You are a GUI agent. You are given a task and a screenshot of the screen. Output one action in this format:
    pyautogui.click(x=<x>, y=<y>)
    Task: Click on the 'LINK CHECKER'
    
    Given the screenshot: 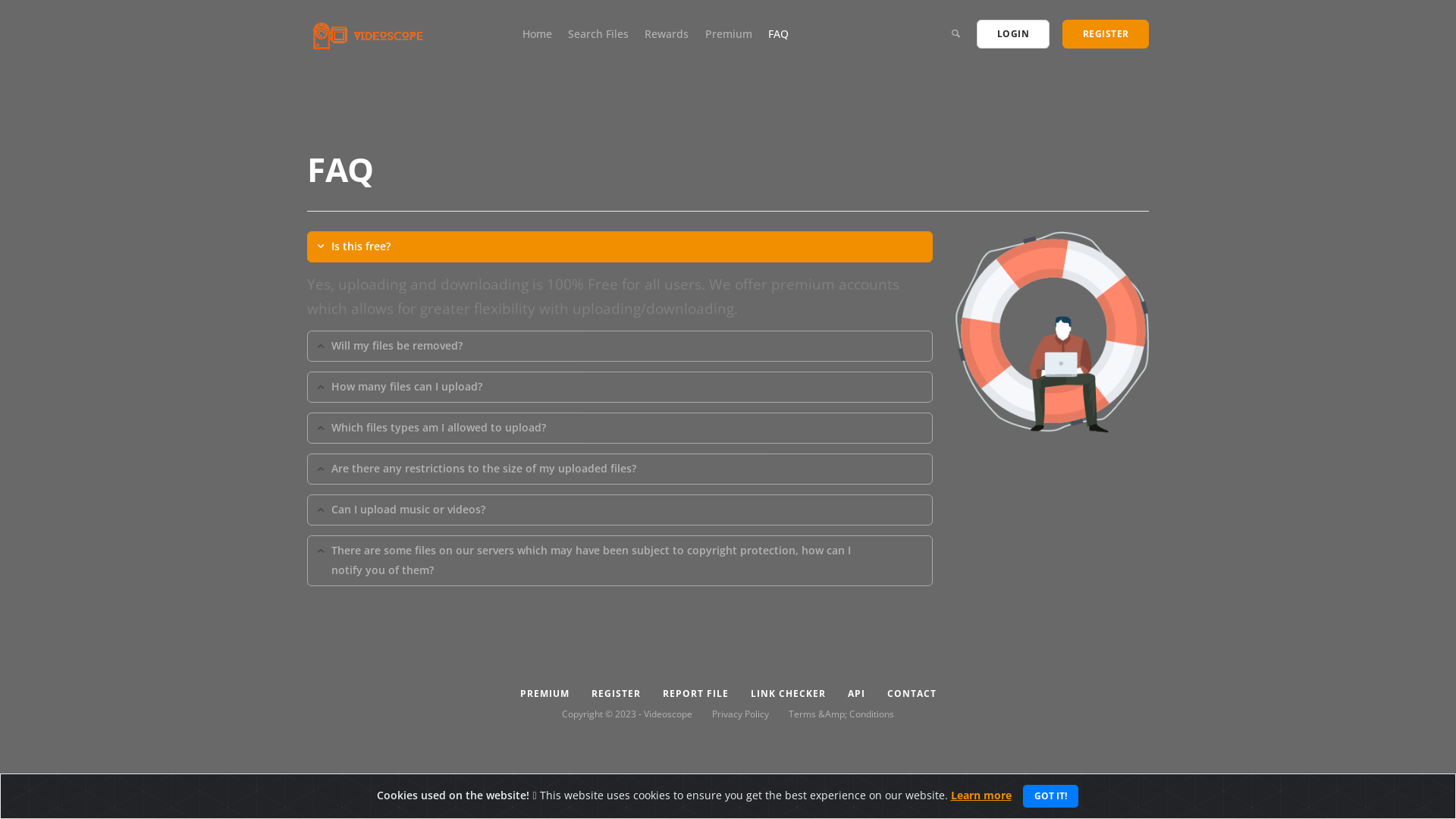 What is the action you would take?
    pyautogui.click(x=787, y=693)
    